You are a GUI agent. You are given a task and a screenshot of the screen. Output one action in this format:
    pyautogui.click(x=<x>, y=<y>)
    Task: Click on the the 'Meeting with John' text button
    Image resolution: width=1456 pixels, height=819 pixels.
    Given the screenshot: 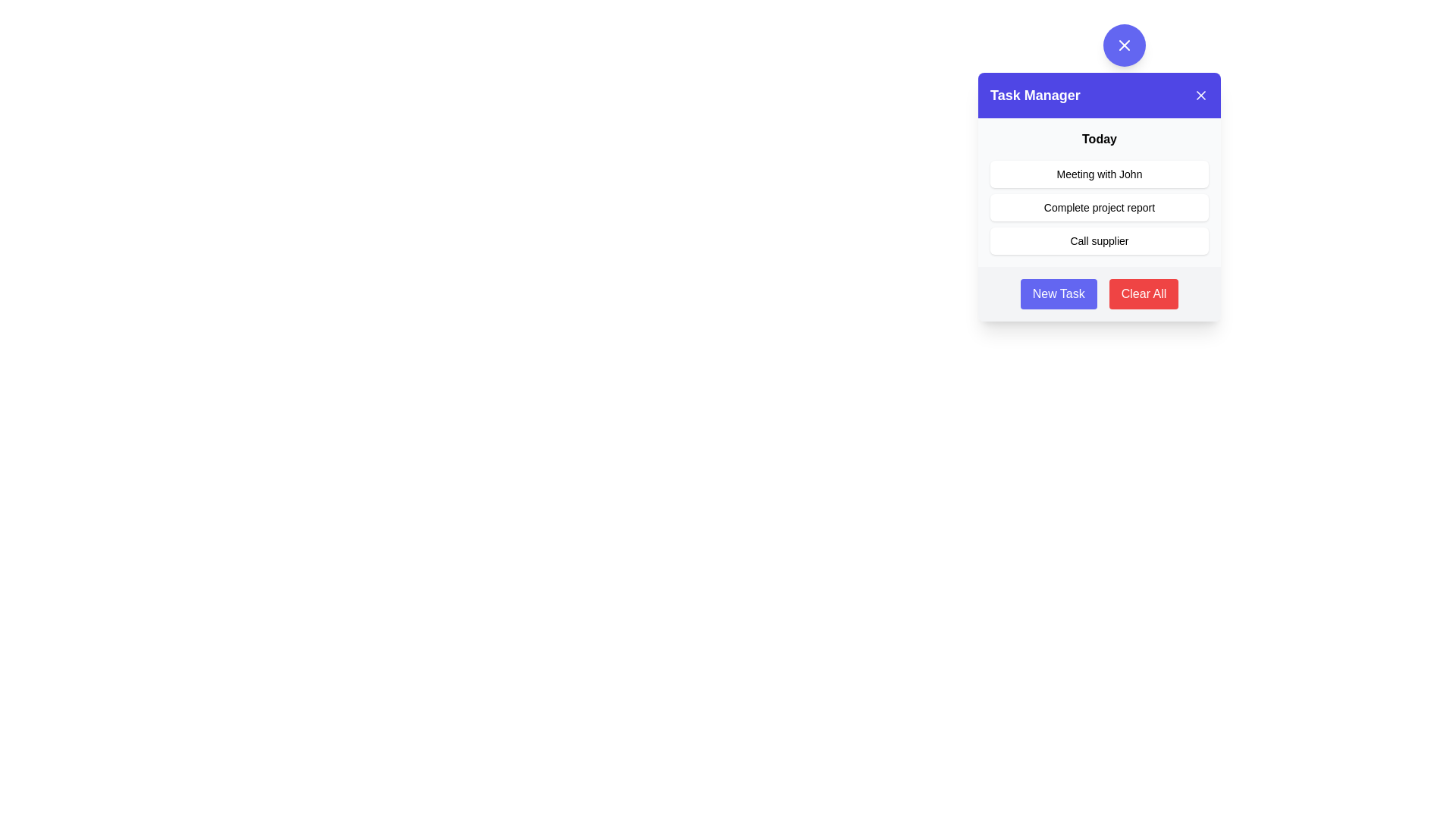 What is the action you would take?
    pyautogui.click(x=1099, y=174)
    